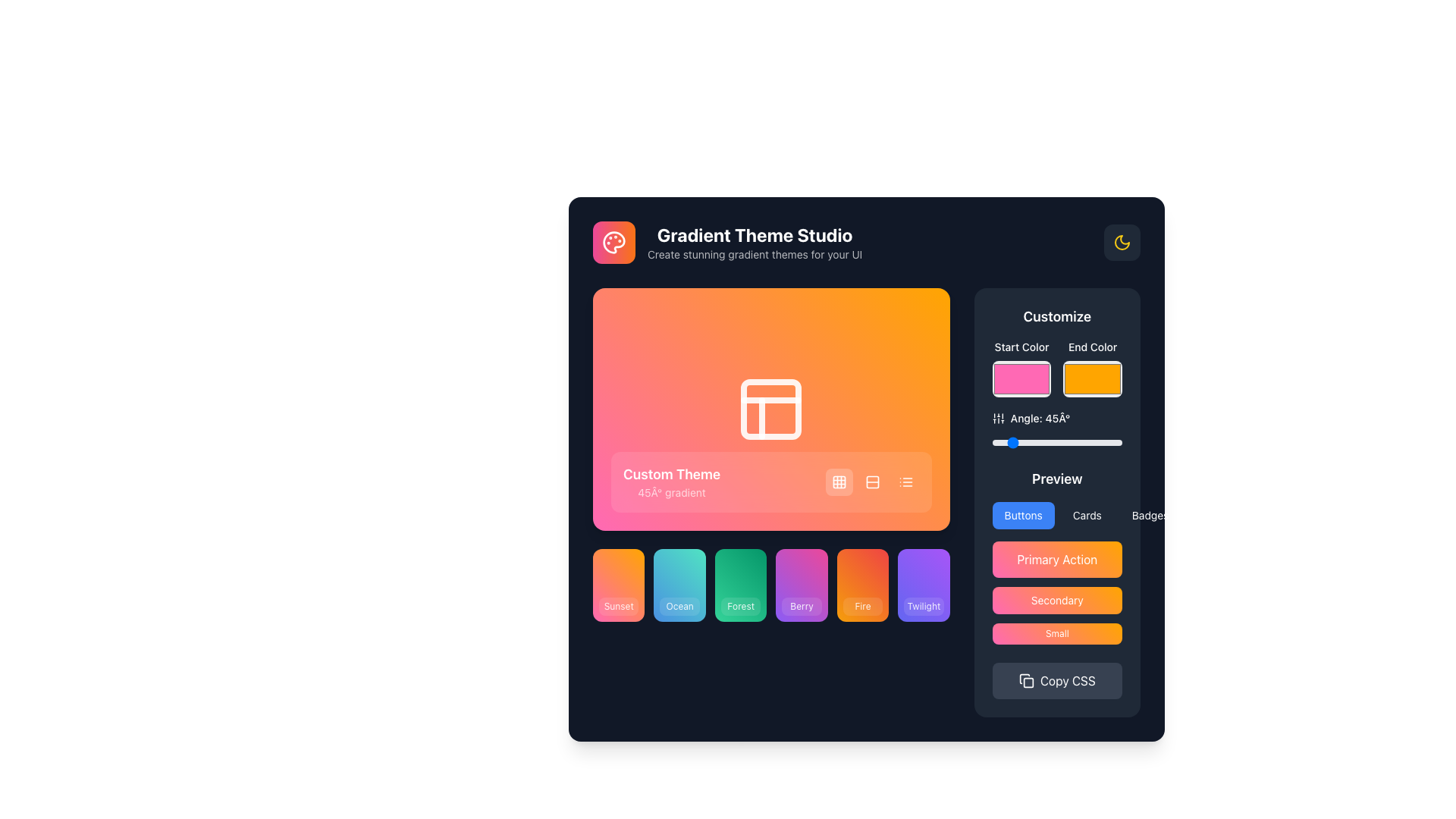 This screenshot has width=1456, height=819. I want to click on the 'Custom Theme' static text label, which is in bold, white font and positioned above the '45° gradient' text on a gradient-colored background, so click(671, 473).